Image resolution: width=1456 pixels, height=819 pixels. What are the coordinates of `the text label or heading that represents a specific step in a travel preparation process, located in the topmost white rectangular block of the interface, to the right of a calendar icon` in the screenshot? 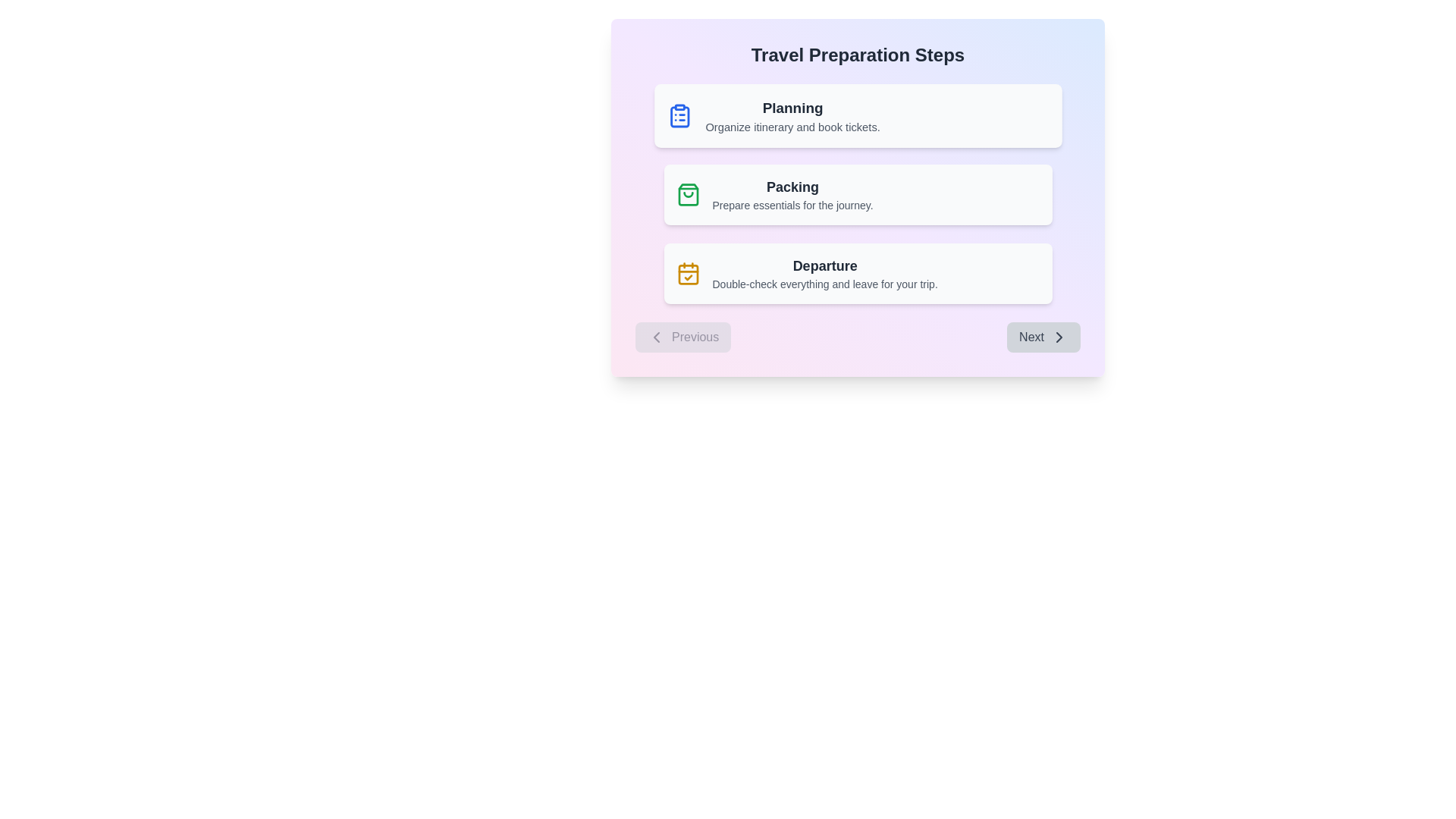 It's located at (792, 107).